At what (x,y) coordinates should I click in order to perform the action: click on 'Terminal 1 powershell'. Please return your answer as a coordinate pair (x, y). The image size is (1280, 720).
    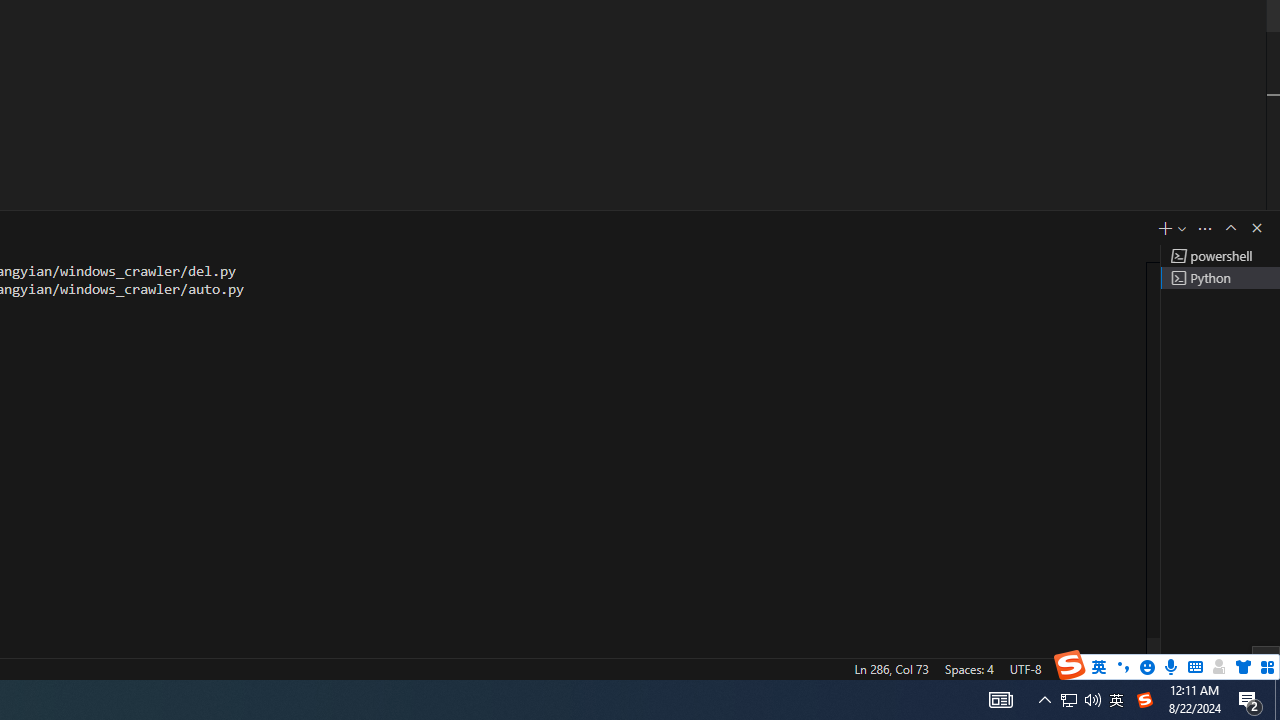
    Looking at the image, I should click on (1219, 254).